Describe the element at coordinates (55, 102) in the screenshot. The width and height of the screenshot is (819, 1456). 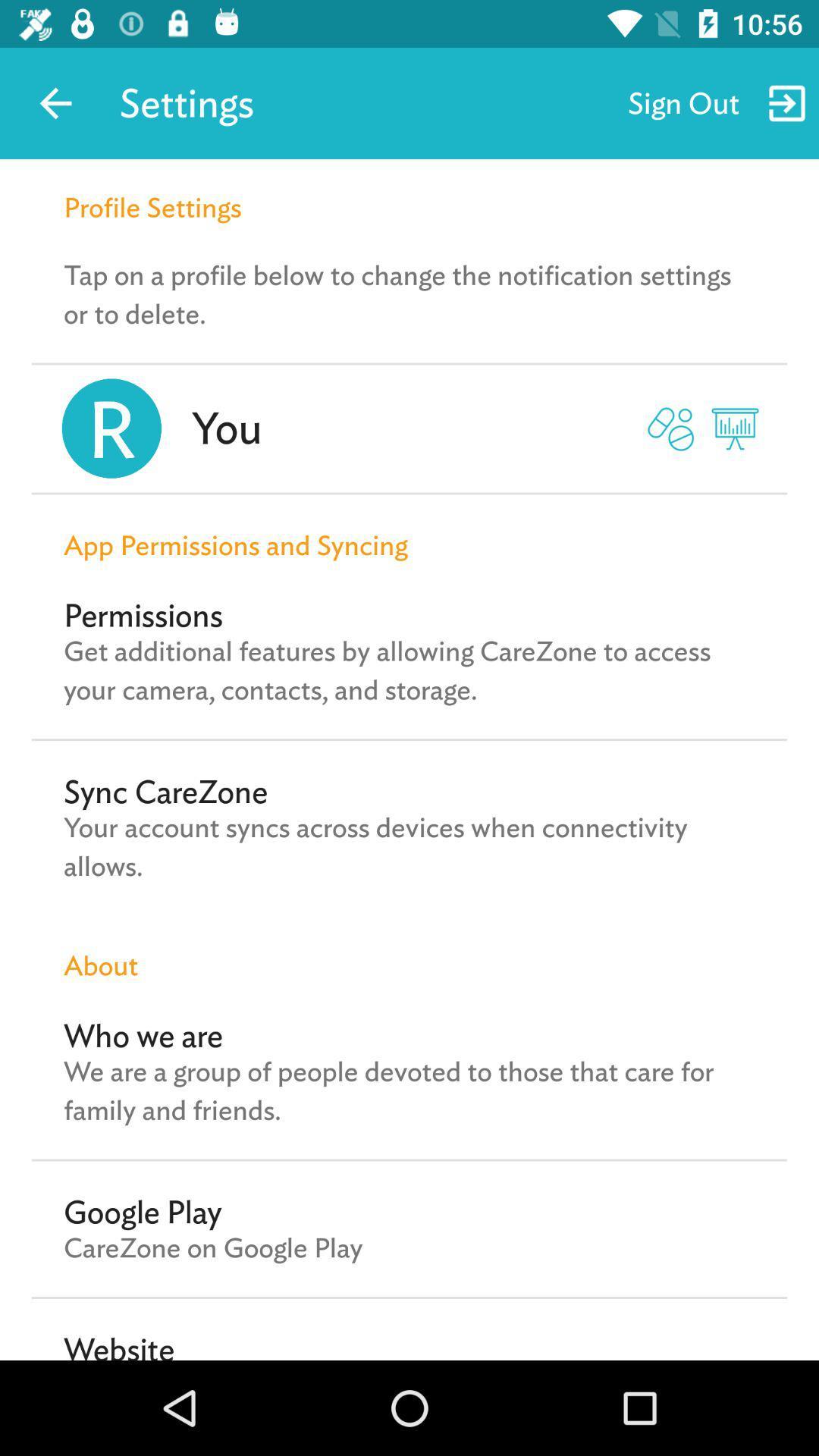
I see `app next to settings app` at that location.